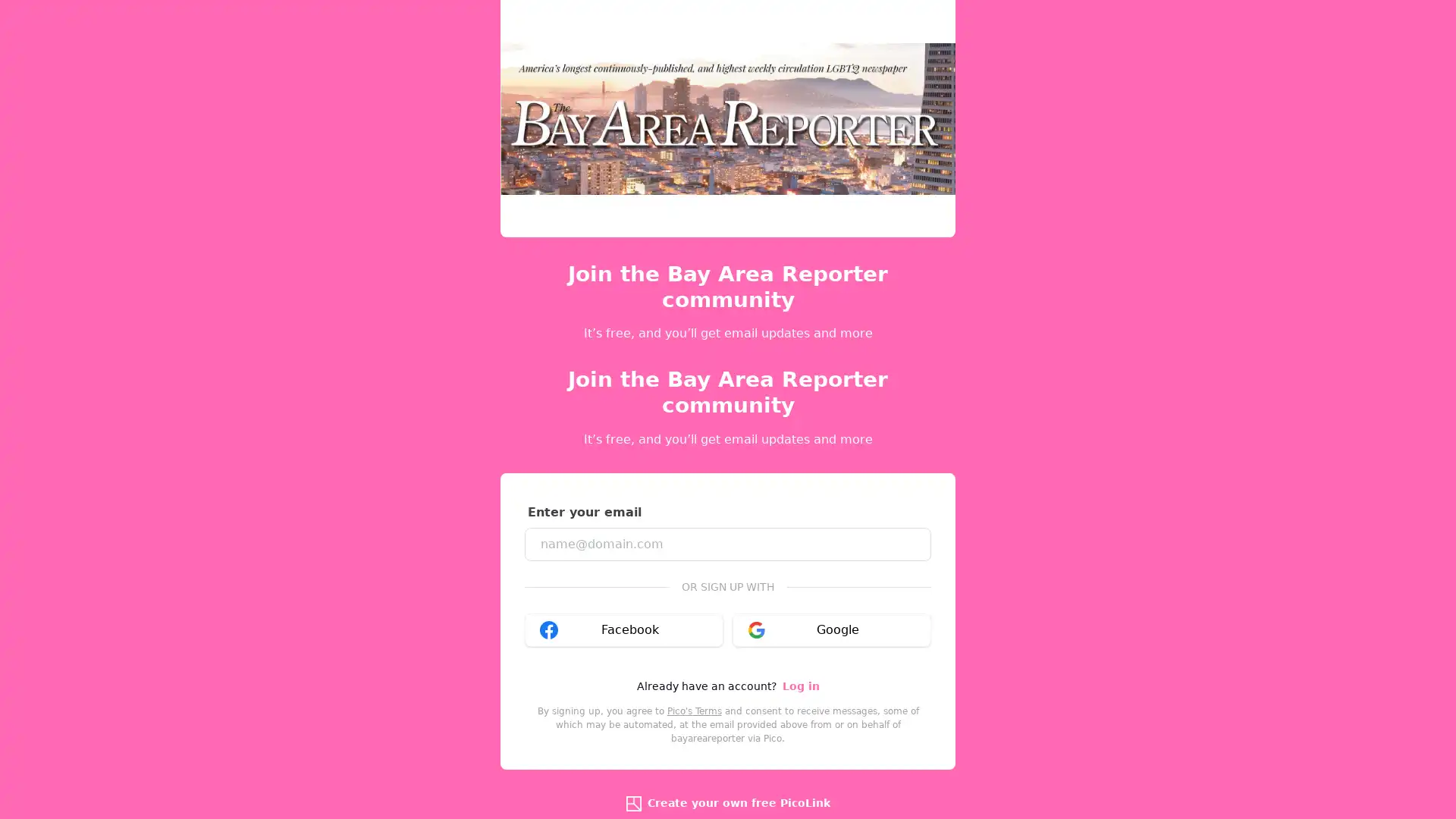  Describe the element at coordinates (623, 629) in the screenshot. I see `Facebook` at that location.